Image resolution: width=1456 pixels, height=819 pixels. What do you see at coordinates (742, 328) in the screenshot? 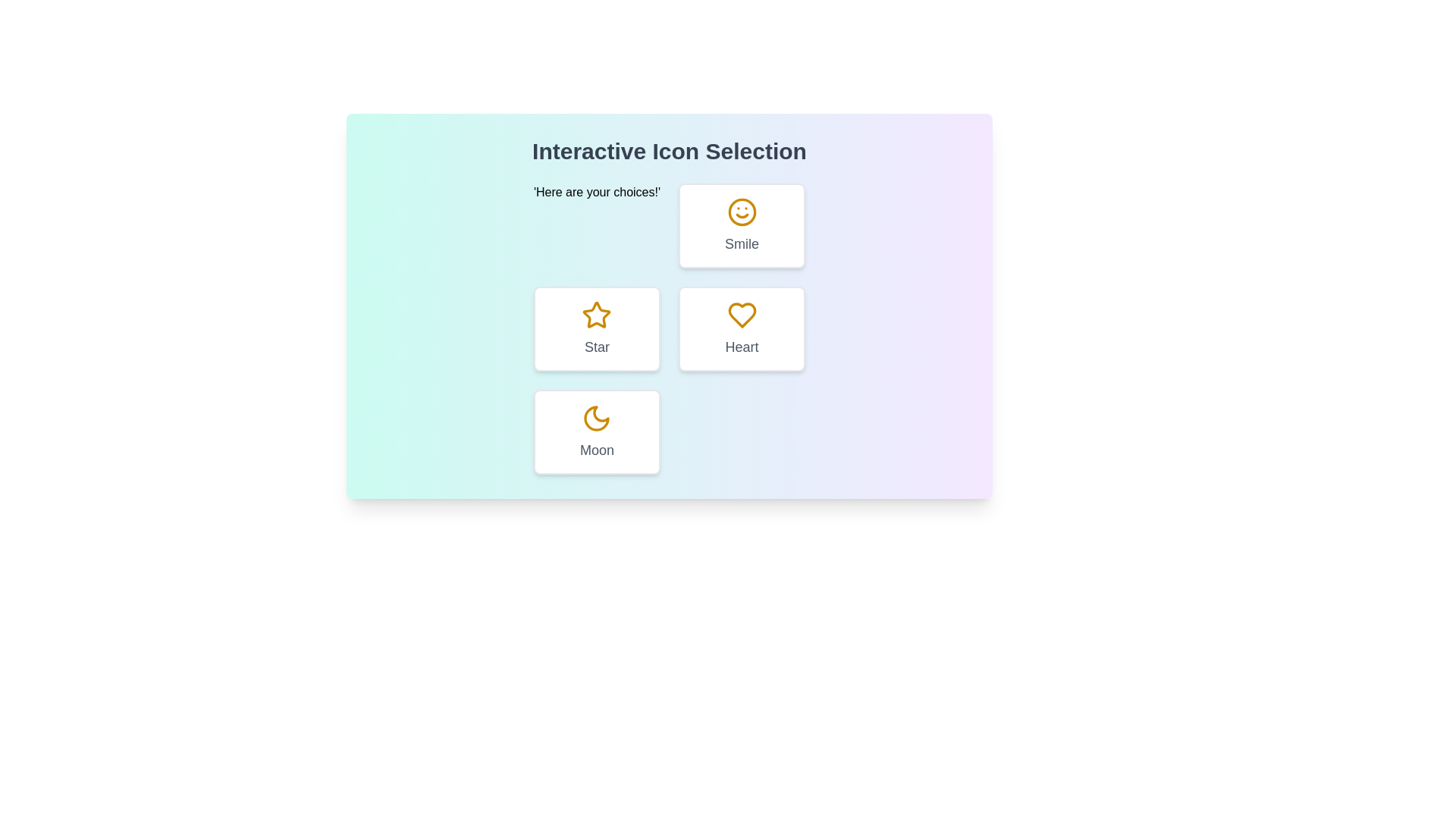
I see `the 'Heart' button, which is a card-like design with a white background, rounded corners, and a prominent yellow heart icon, located in the grid of interactive cards titled 'Here are your choices!'` at bounding box center [742, 328].